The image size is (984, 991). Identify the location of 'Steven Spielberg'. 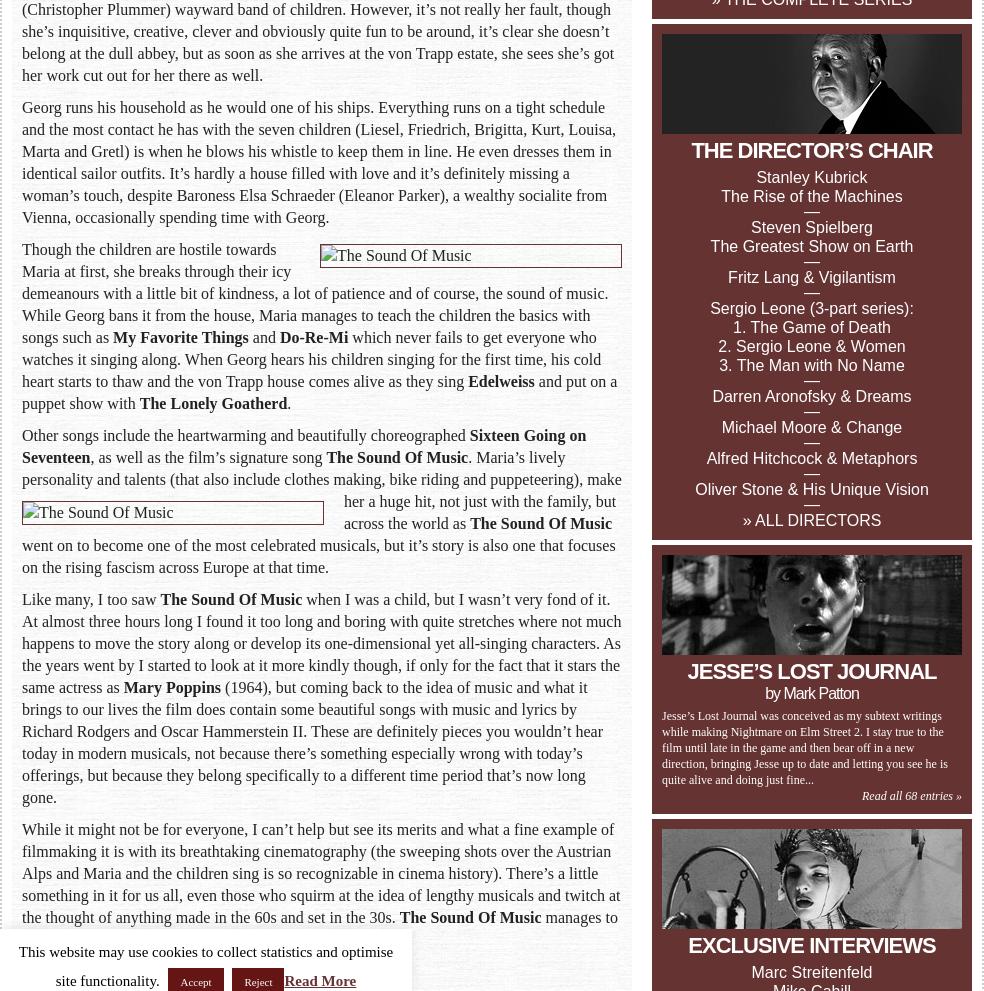
(810, 227).